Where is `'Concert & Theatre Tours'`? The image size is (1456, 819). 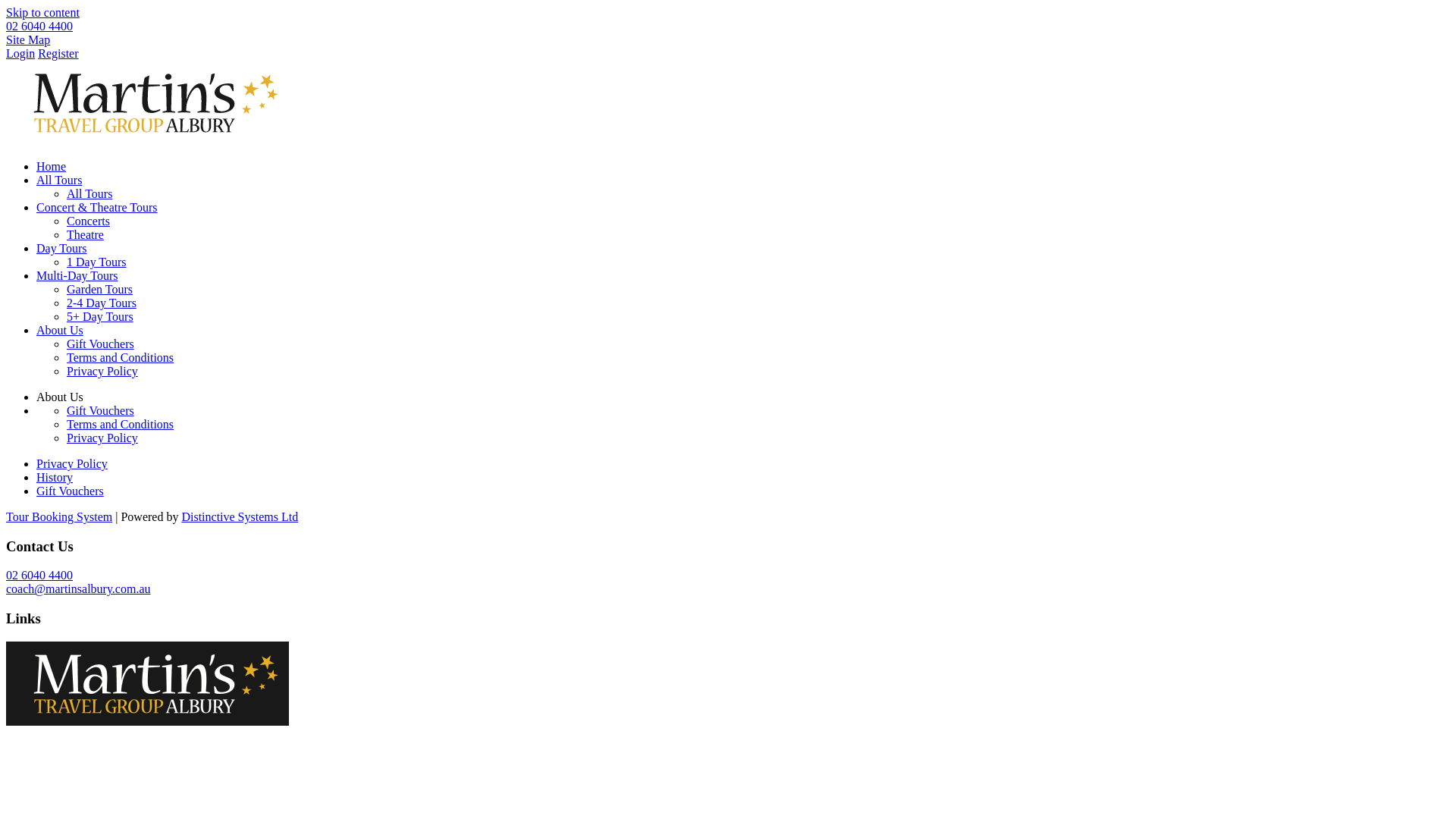 'Concert & Theatre Tours' is located at coordinates (96, 207).